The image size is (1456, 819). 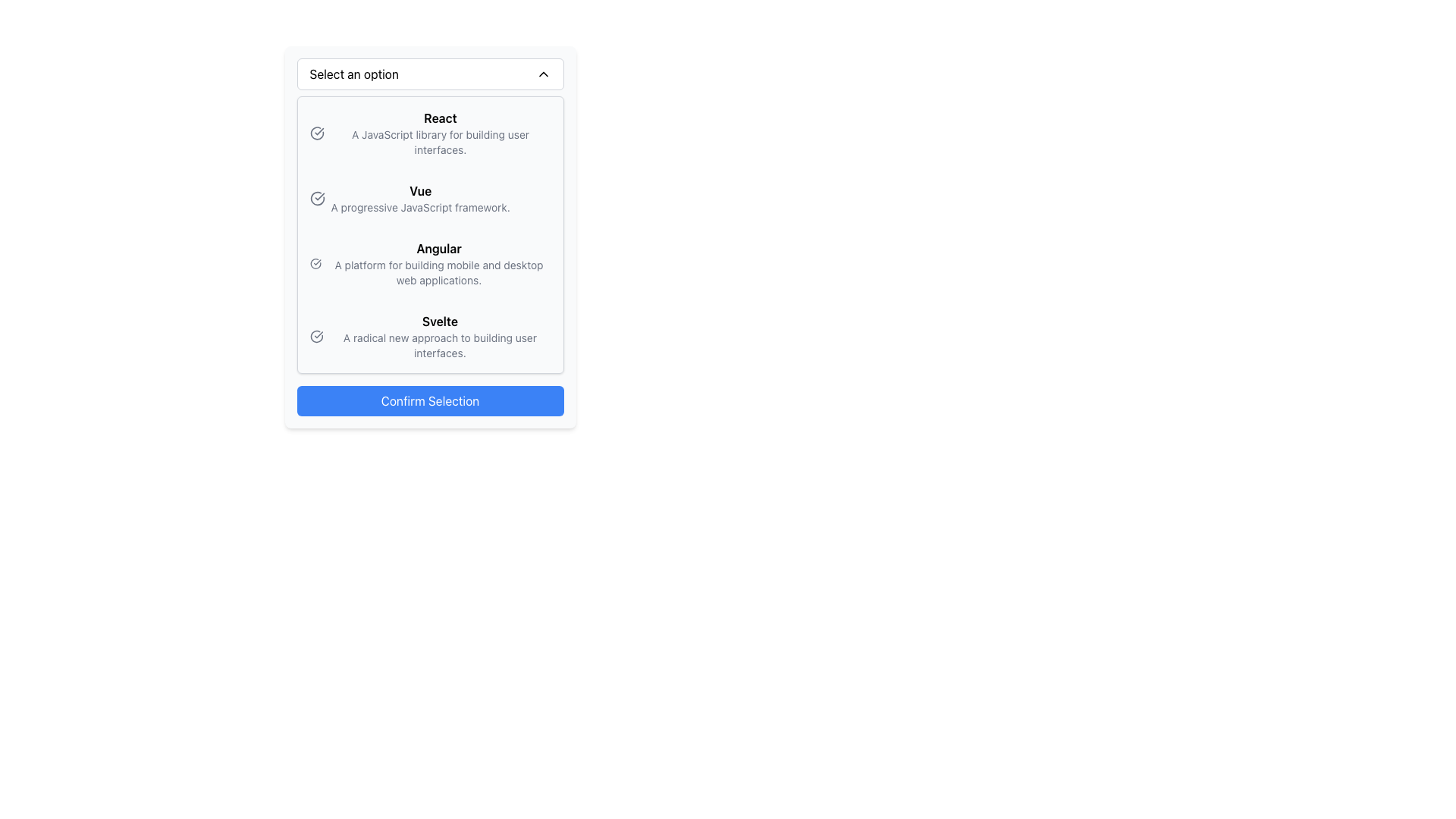 I want to click on the descriptive text label providing additional context for the 'Svelte' option, located directly below the bolded 'Svelte' text, so click(x=439, y=345).